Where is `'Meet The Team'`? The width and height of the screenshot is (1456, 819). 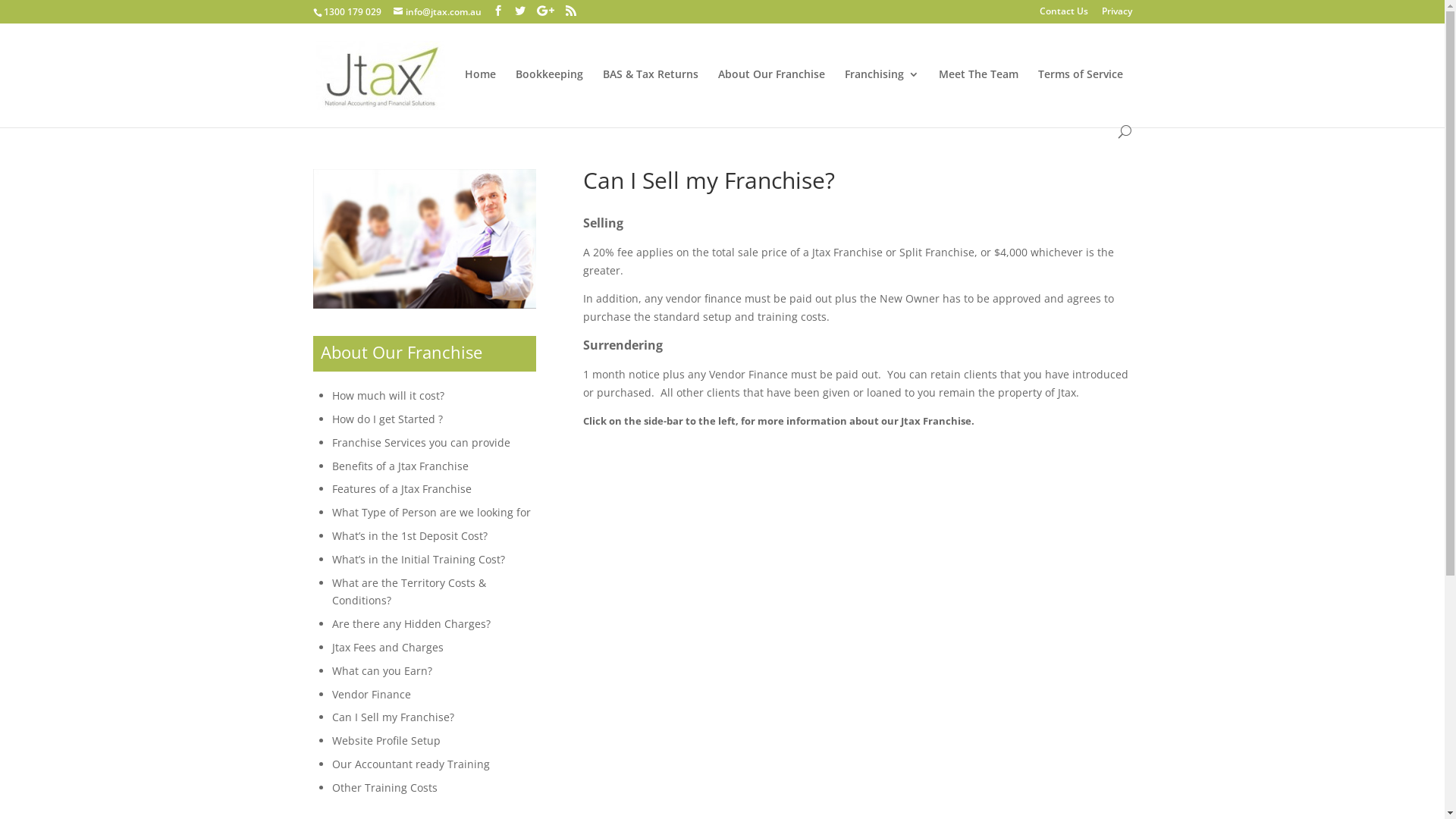 'Meet The Team' is located at coordinates (978, 96).